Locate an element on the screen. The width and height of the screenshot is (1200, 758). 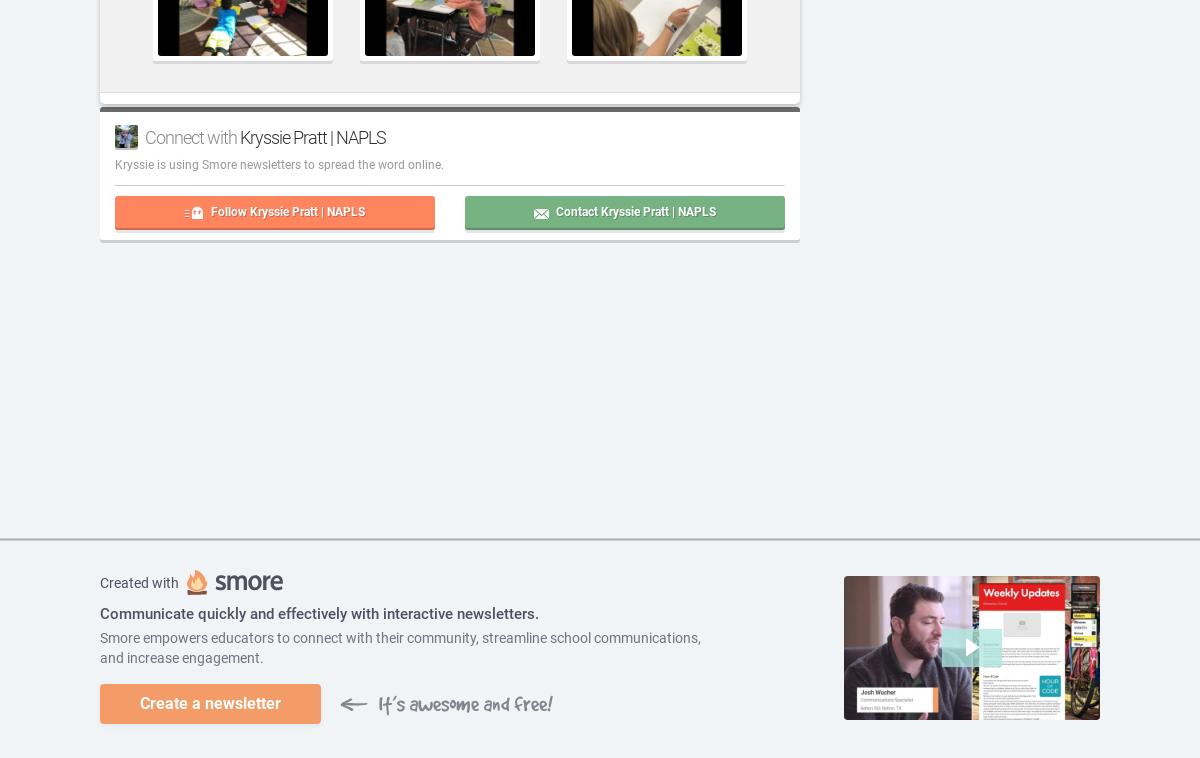
'is using Smore newsletters
                    to spread the word online.' is located at coordinates (298, 164).